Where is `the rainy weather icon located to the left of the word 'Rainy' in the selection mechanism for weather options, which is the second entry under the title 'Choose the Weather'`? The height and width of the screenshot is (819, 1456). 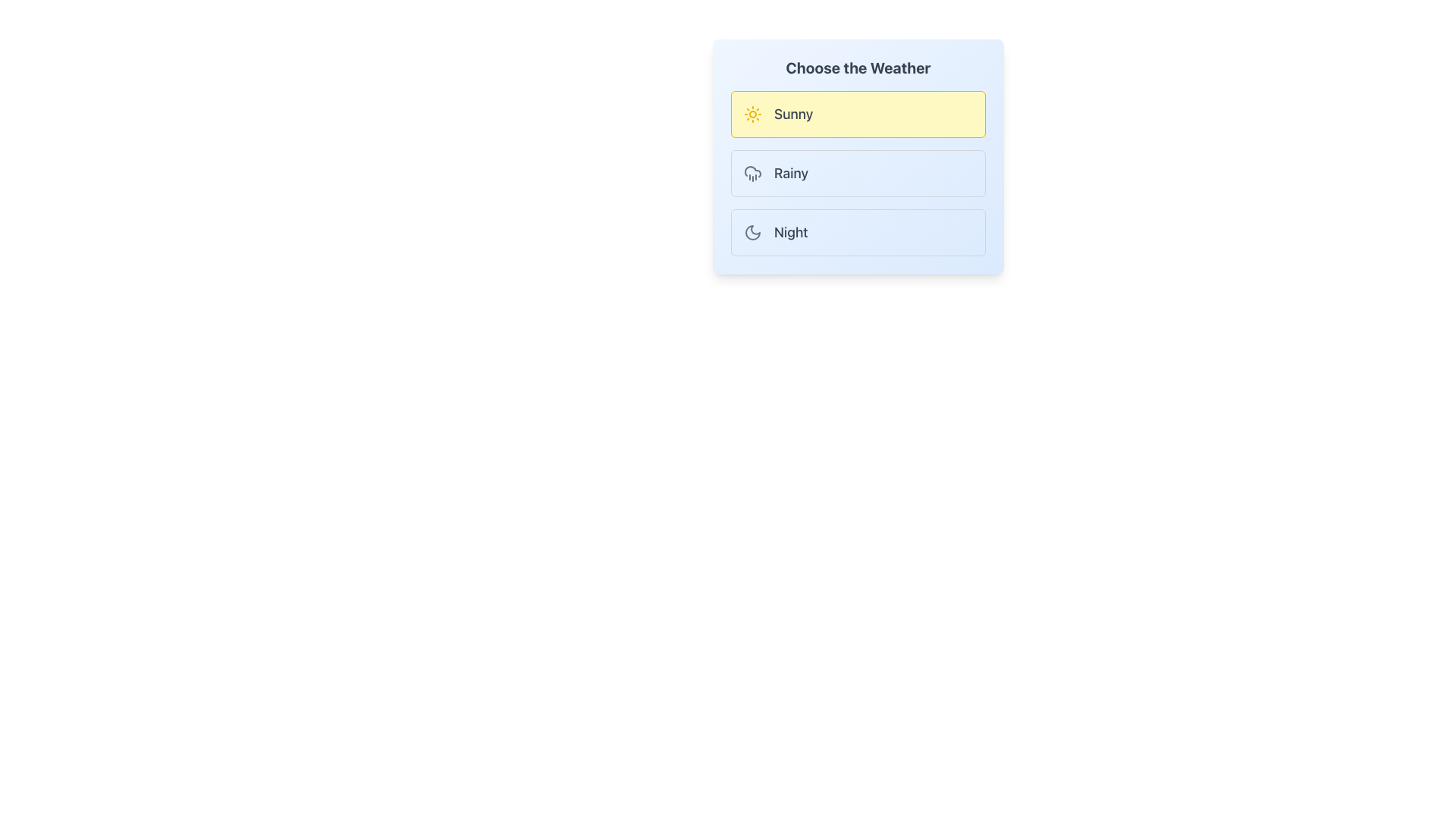
the rainy weather icon located to the left of the word 'Rainy' in the selection mechanism for weather options, which is the second entry under the title 'Choose the Weather' is located at coordinates (753, 172).